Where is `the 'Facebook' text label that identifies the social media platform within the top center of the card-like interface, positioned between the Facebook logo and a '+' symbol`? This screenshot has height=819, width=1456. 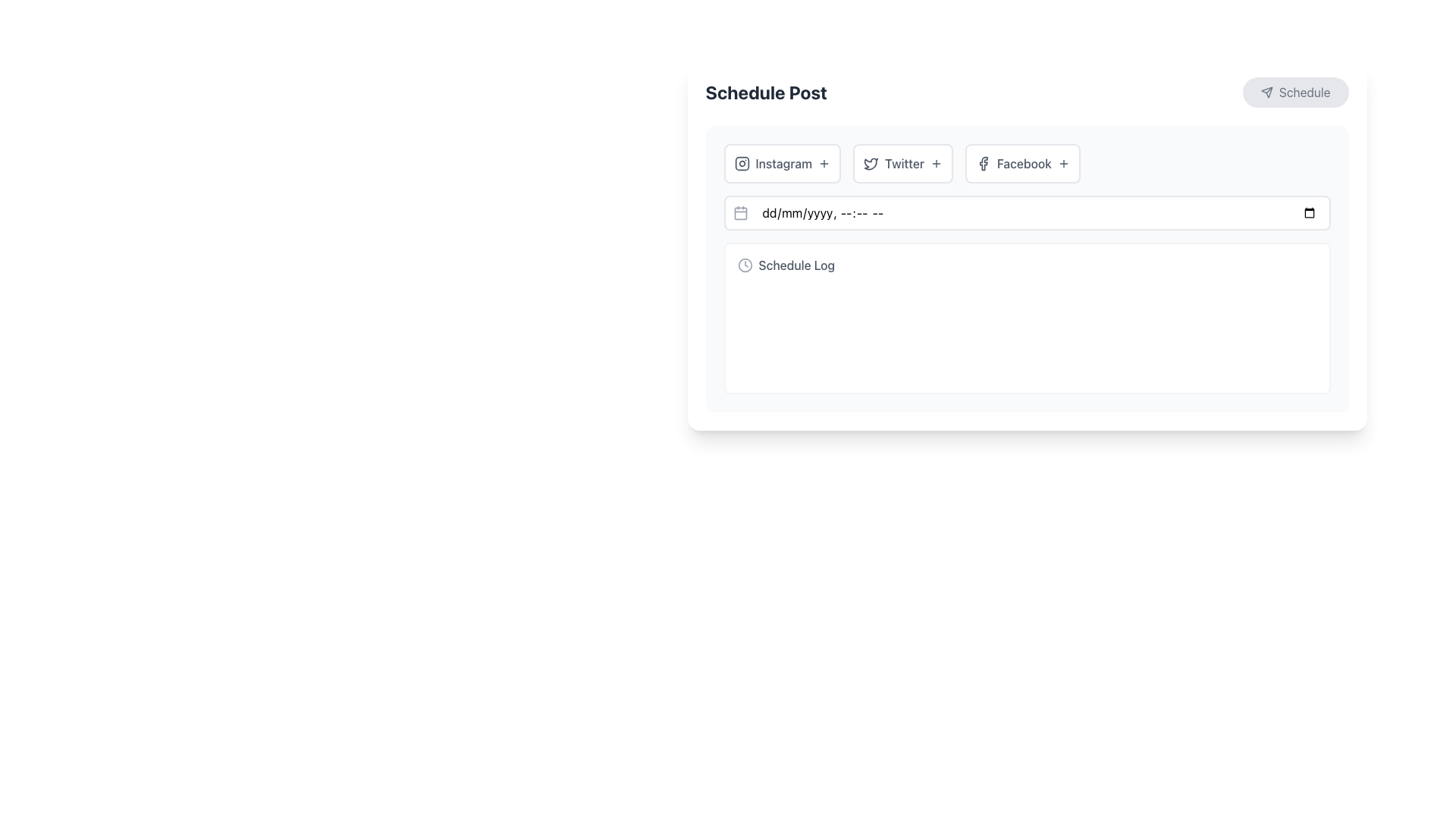 the 'Facebook' text label that identifies the social media platform within the top center of the card-like interface, positioned between the Facebook logo and a '+' symbol is located at coordinates (1024, 164).